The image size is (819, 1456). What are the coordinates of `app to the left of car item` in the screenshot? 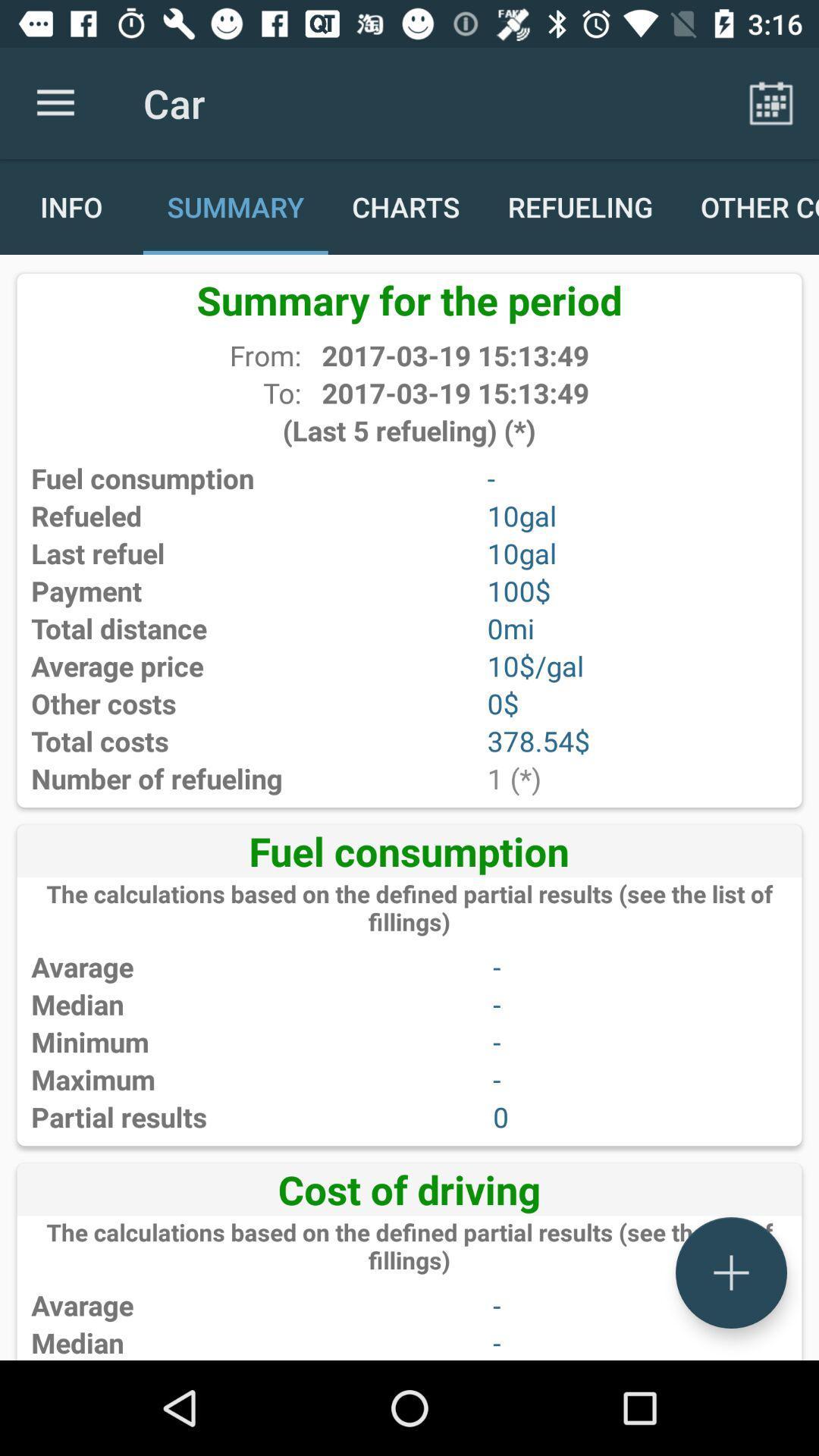 It's located at (55, 102).